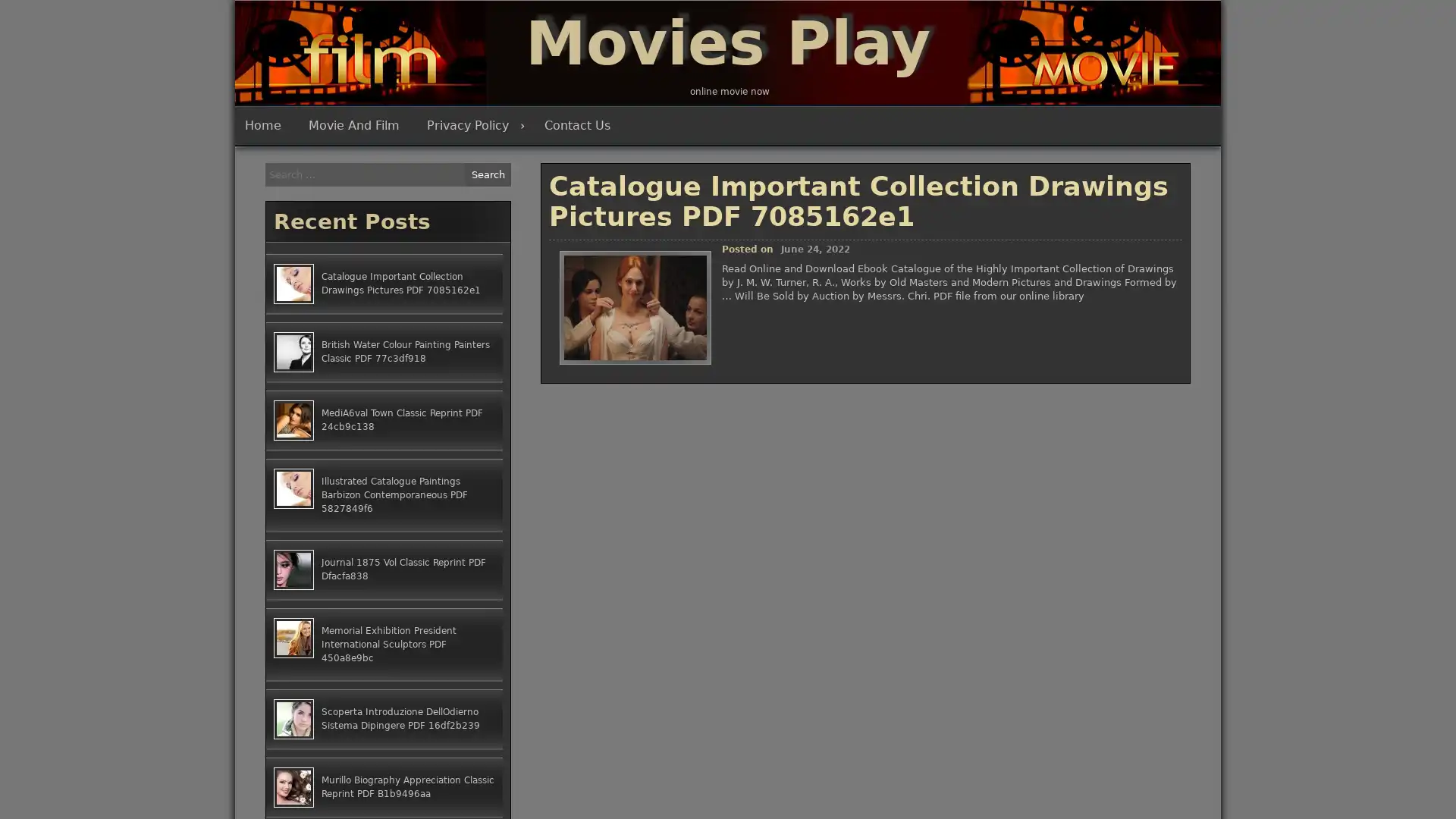  What do you see at coordinates (488, 174) in the screenshot?
I see `Search` at bounding box center [488, 174].